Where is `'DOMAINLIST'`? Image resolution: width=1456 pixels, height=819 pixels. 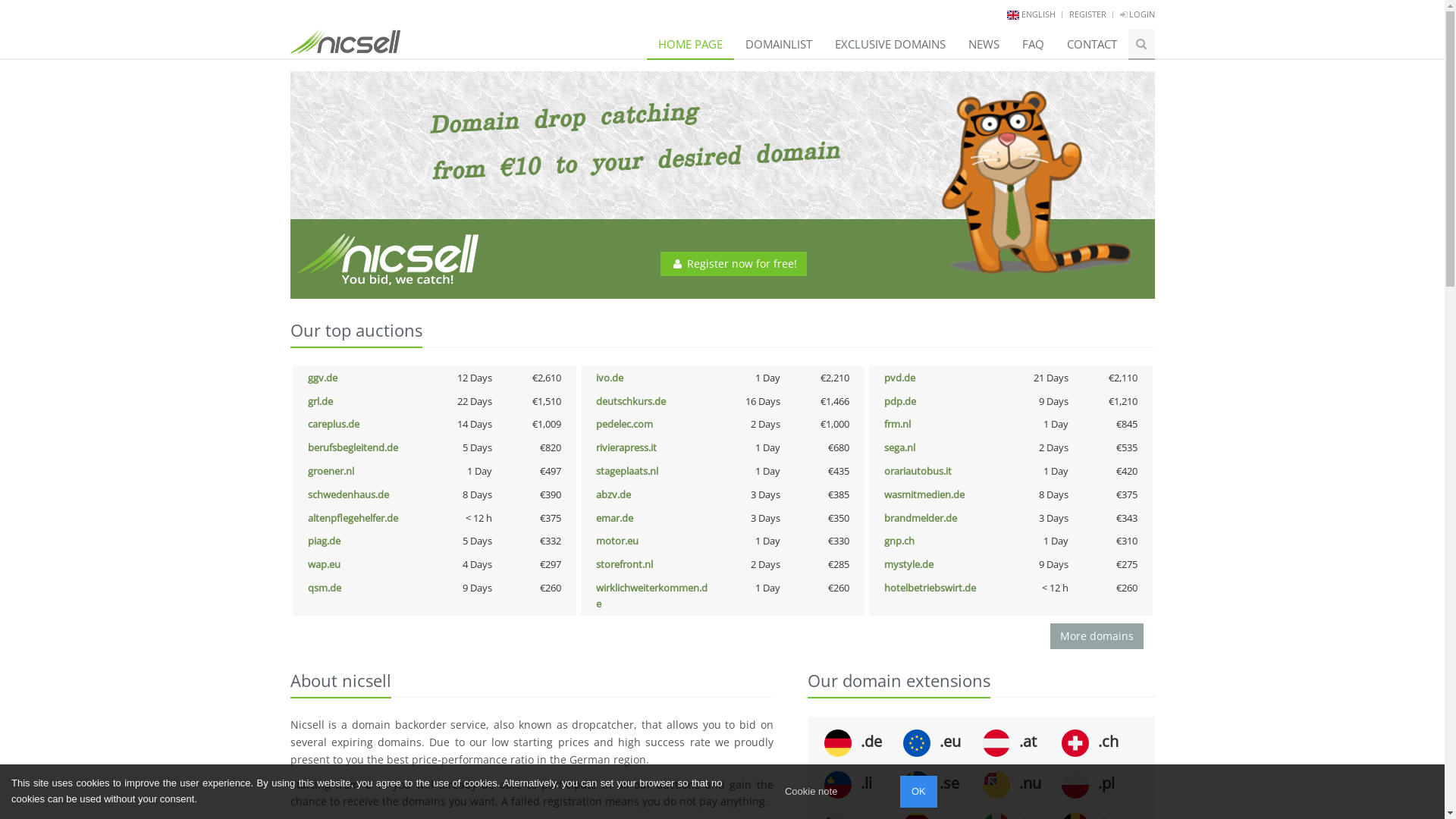
'DOMAINLIST' is located at coordinates (779, 43).